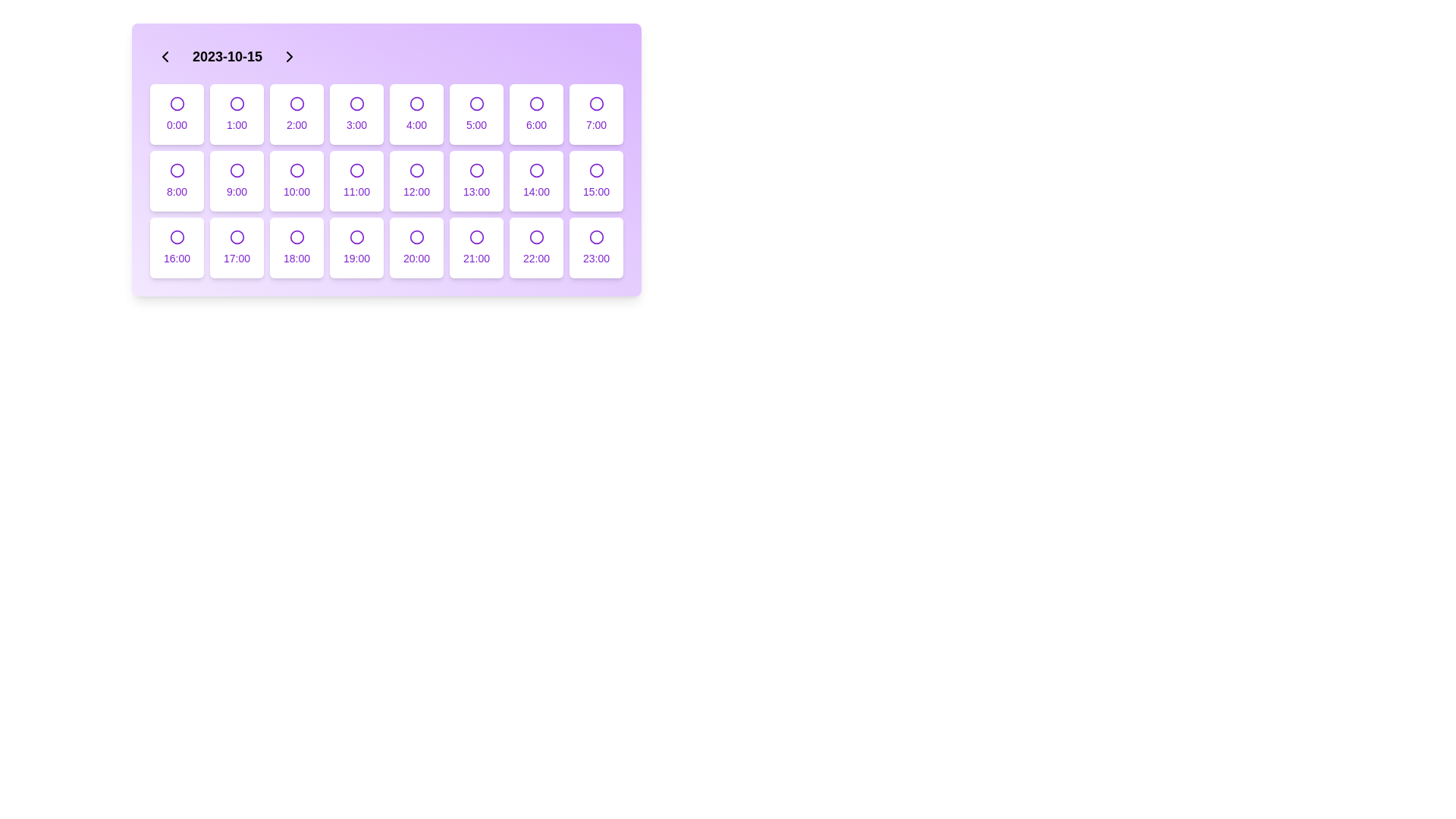  I want to click on the selectable icon representing 2:00 in the scheduling interface, so click(297, 103).